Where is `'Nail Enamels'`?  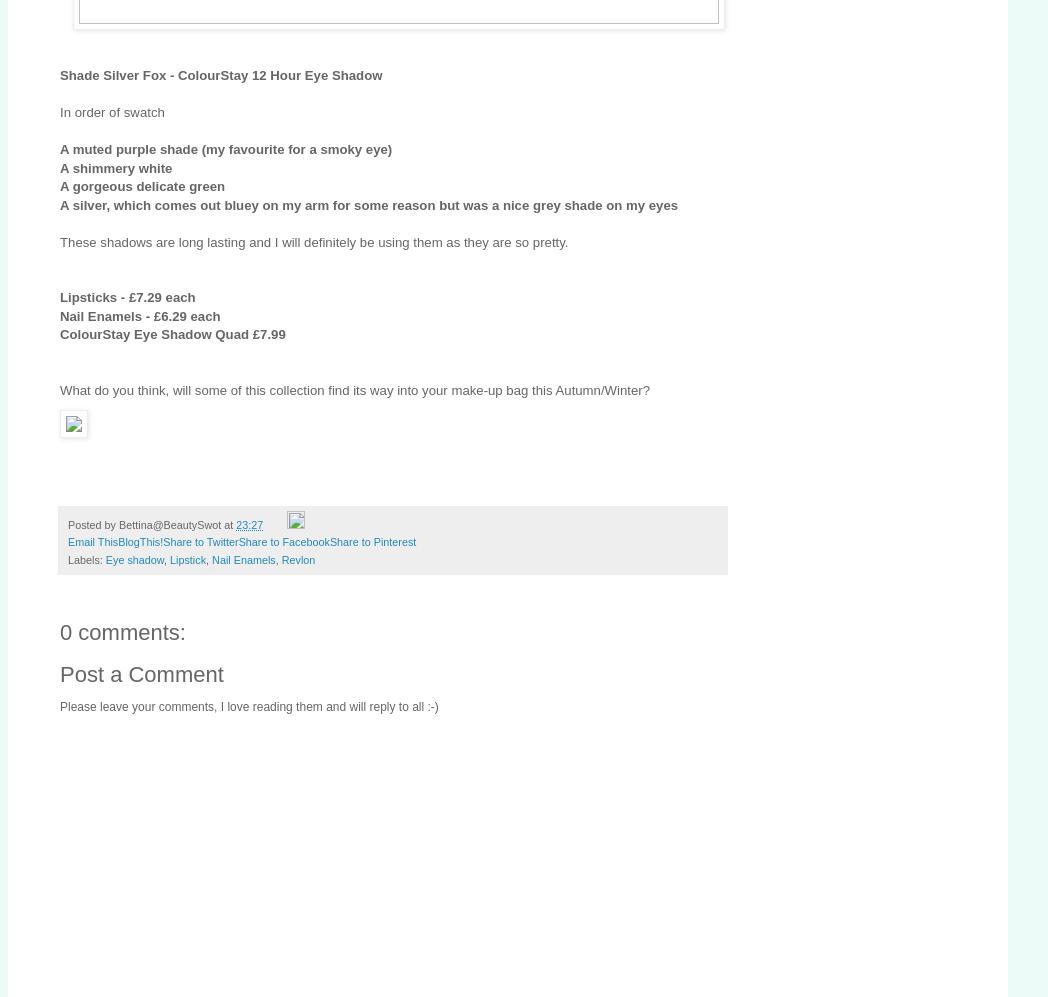
'Nail Enamels' is located at coordinates (243, 559).